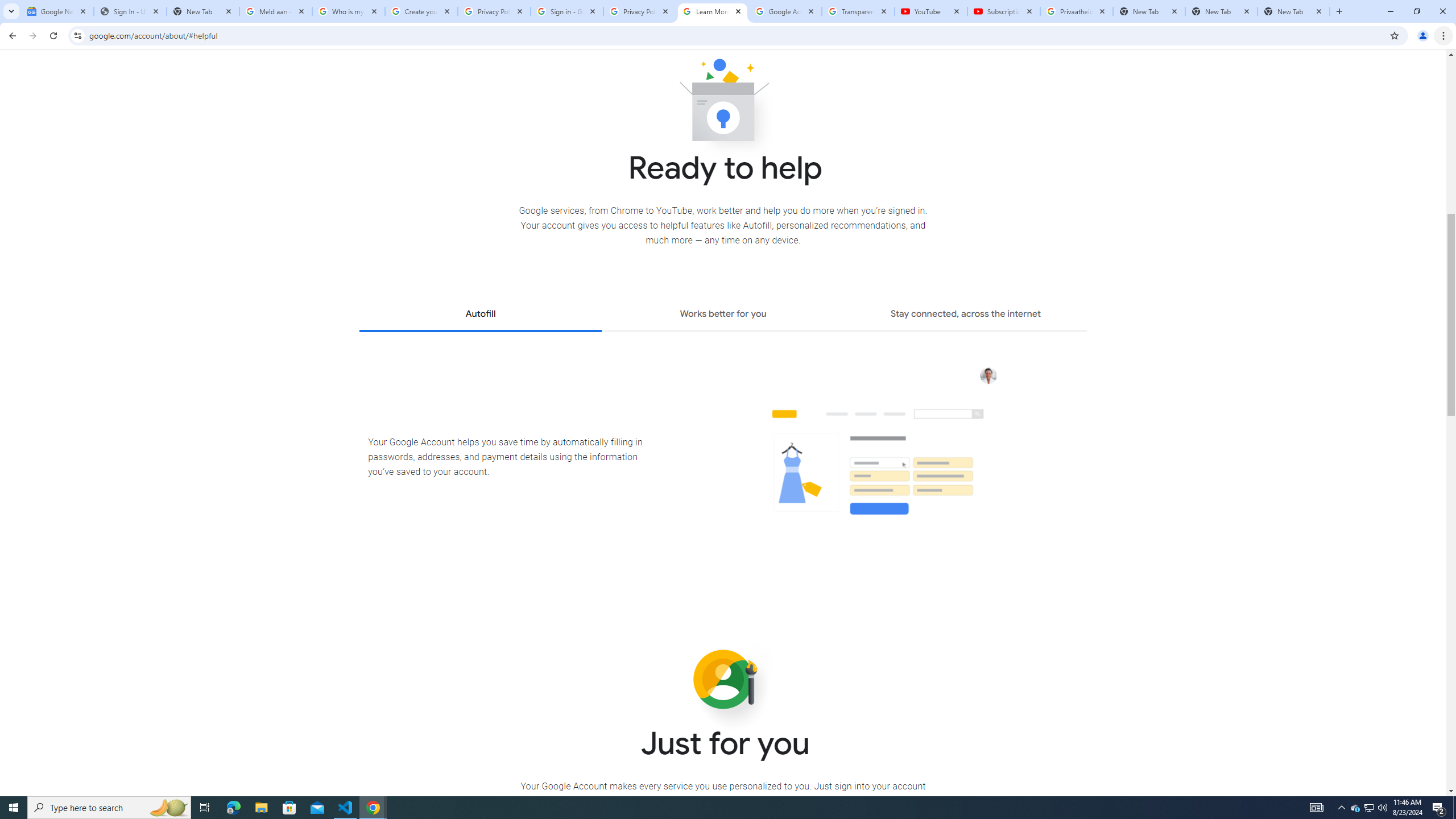  I want to click on 'Stay connected, across the internet', so click(965, 315).